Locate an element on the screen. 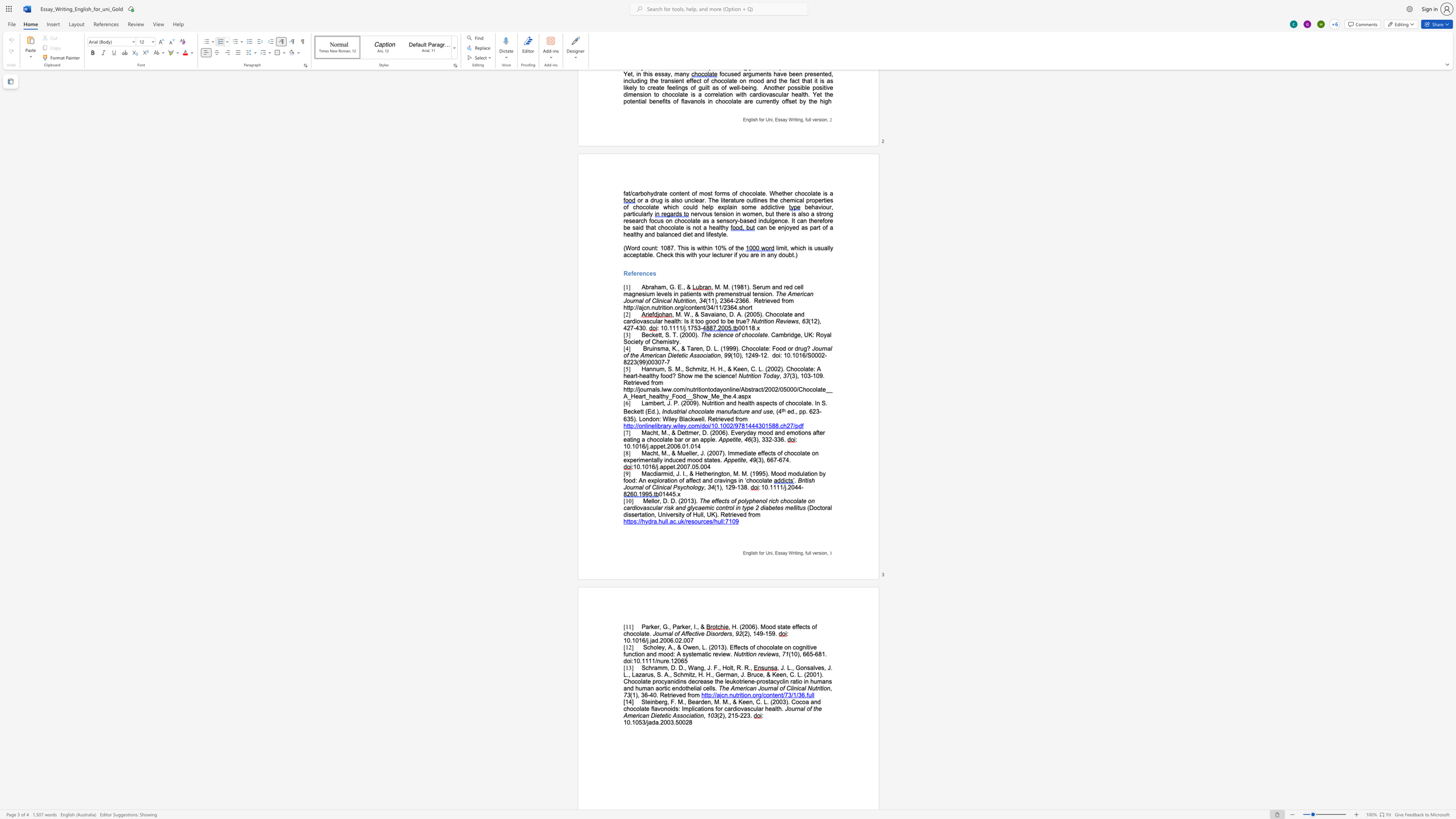 This screenshot has height=819, width=1456. the space between the continuous character "." and "," in the text is located at coordinates (668, 453).